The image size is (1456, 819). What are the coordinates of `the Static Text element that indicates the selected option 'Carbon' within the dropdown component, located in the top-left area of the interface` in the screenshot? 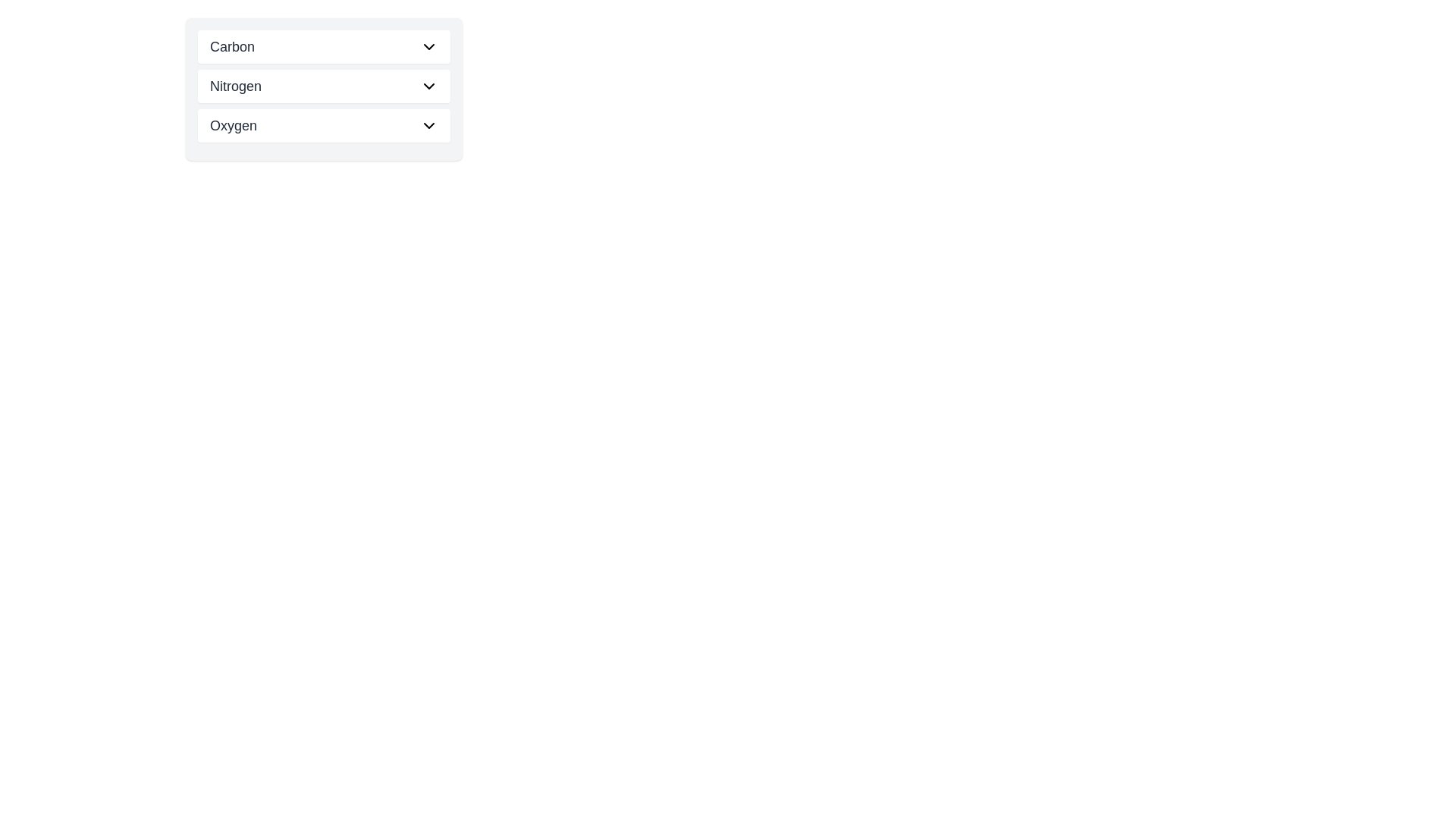 It's located at (231, 45).